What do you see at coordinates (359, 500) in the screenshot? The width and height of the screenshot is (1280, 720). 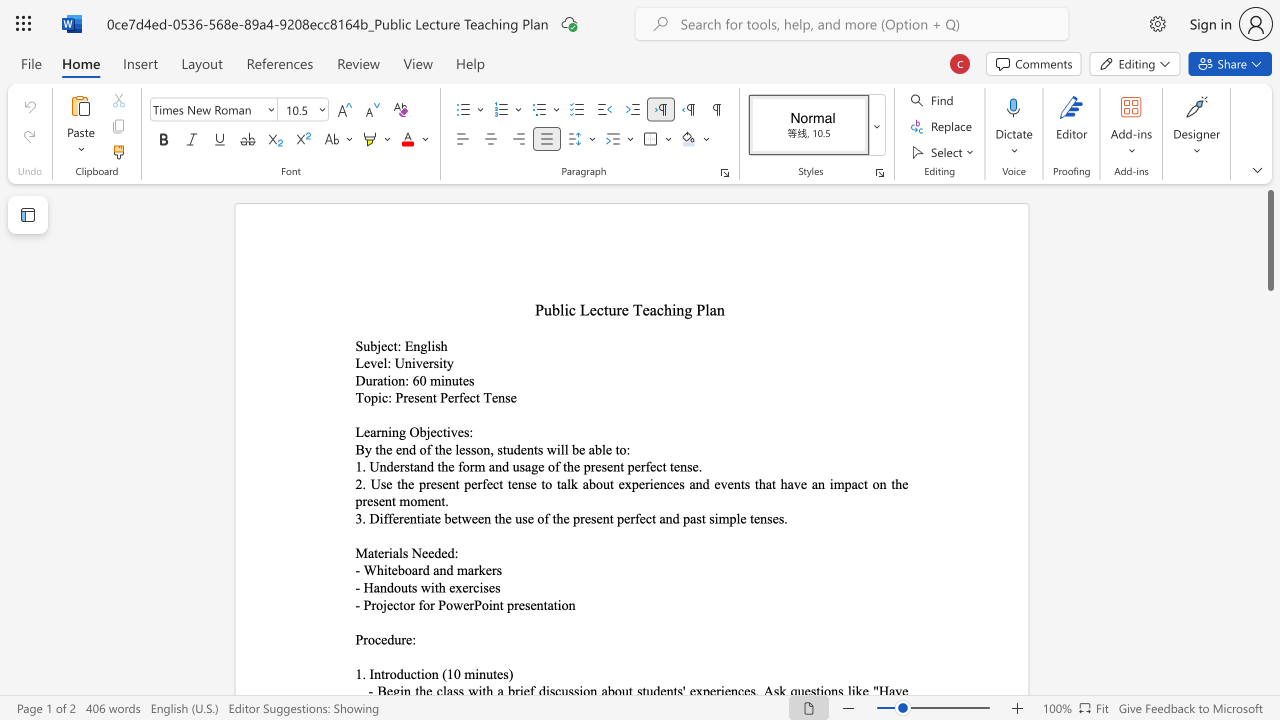 I see `the 5th character "p" in the text` at bounding box center [359, 500].